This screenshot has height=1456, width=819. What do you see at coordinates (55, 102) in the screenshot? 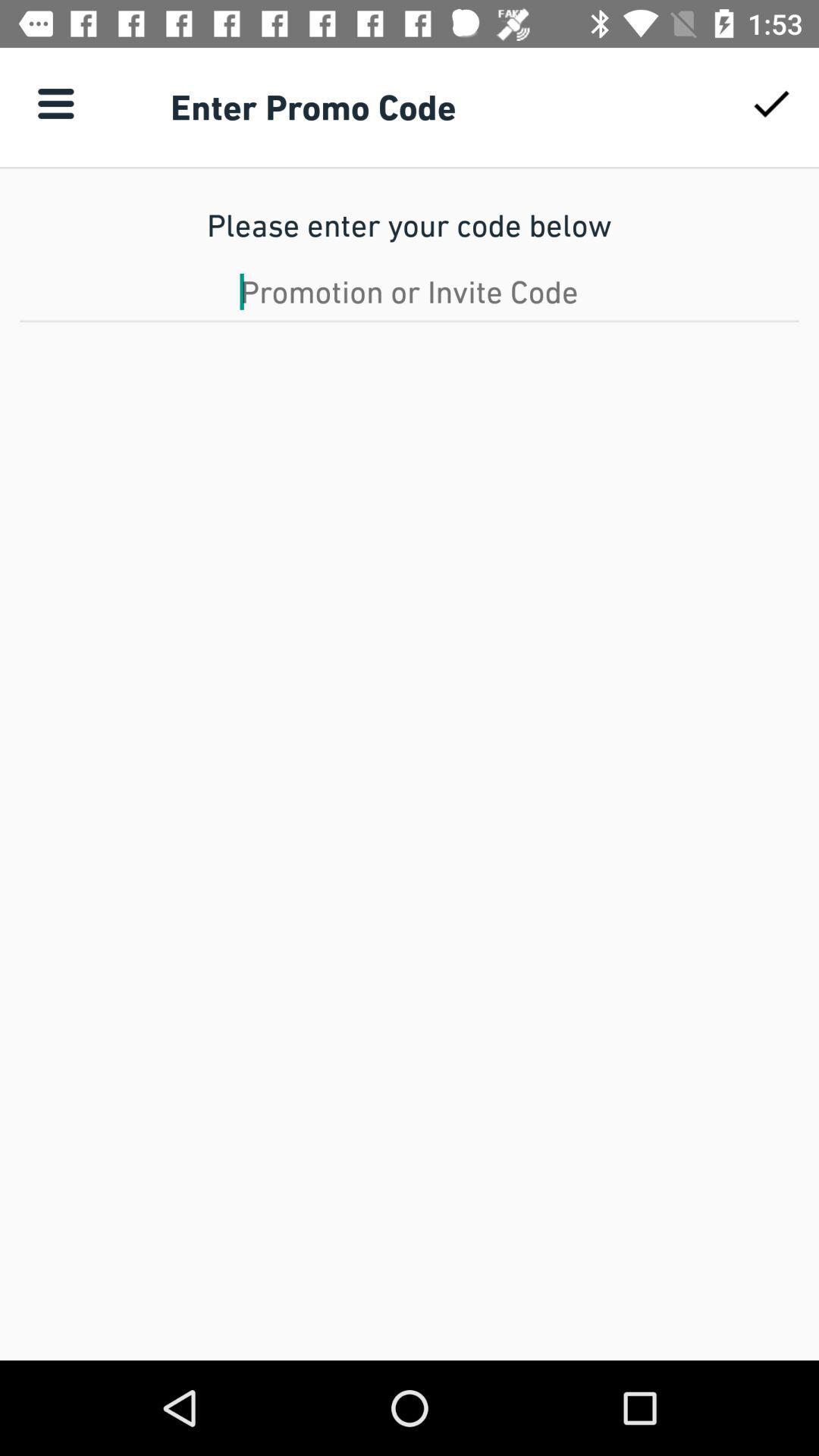
I see `item to the left of enter promo code item` at bounding box center [55, 102].